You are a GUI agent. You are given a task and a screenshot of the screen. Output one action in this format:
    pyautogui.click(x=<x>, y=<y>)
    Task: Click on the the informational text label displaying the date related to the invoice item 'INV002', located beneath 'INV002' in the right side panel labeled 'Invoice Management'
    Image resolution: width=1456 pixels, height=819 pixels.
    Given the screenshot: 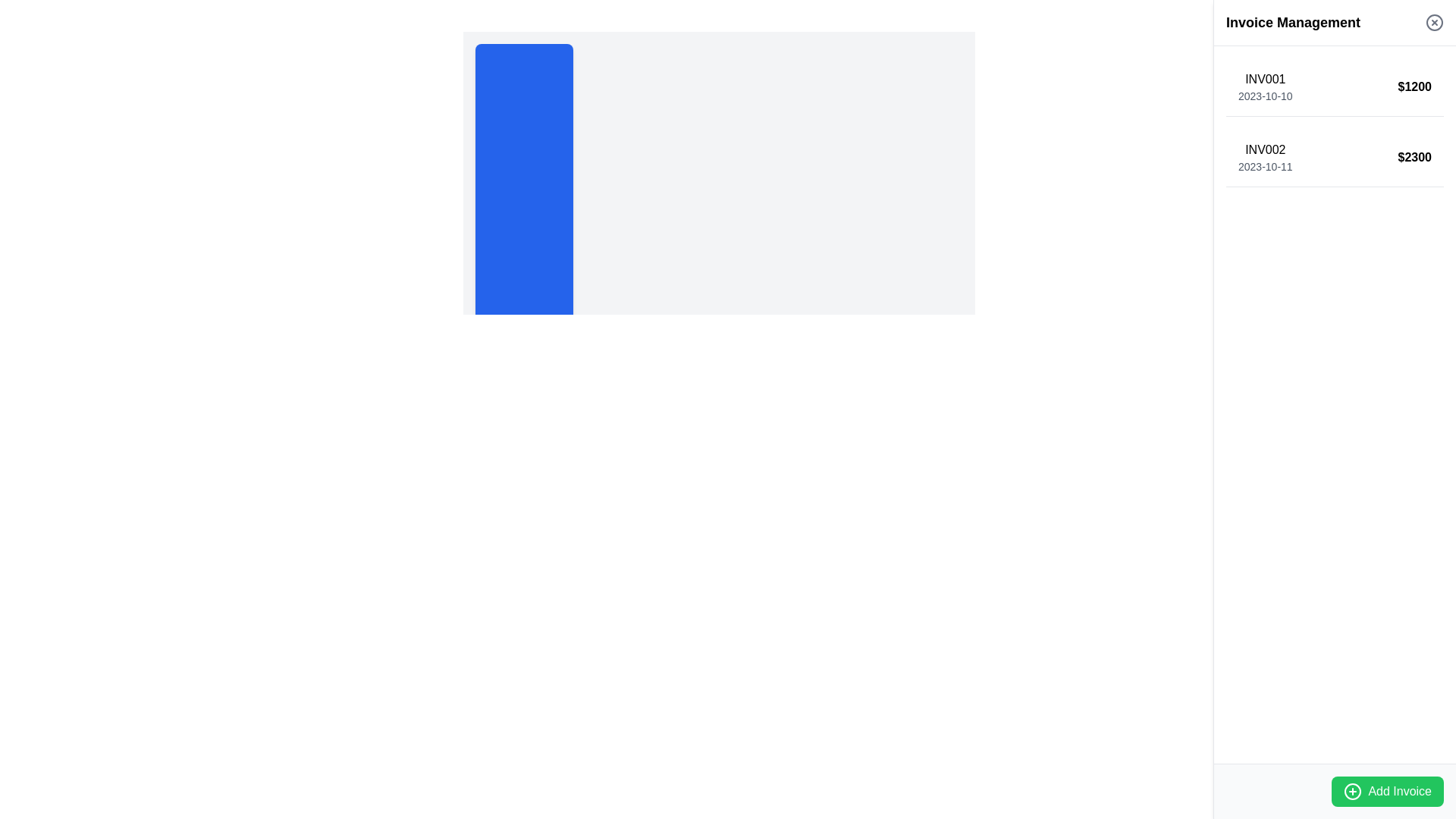 What is the action you would take?
    pyautogui.click(x=1265, y=166)
    